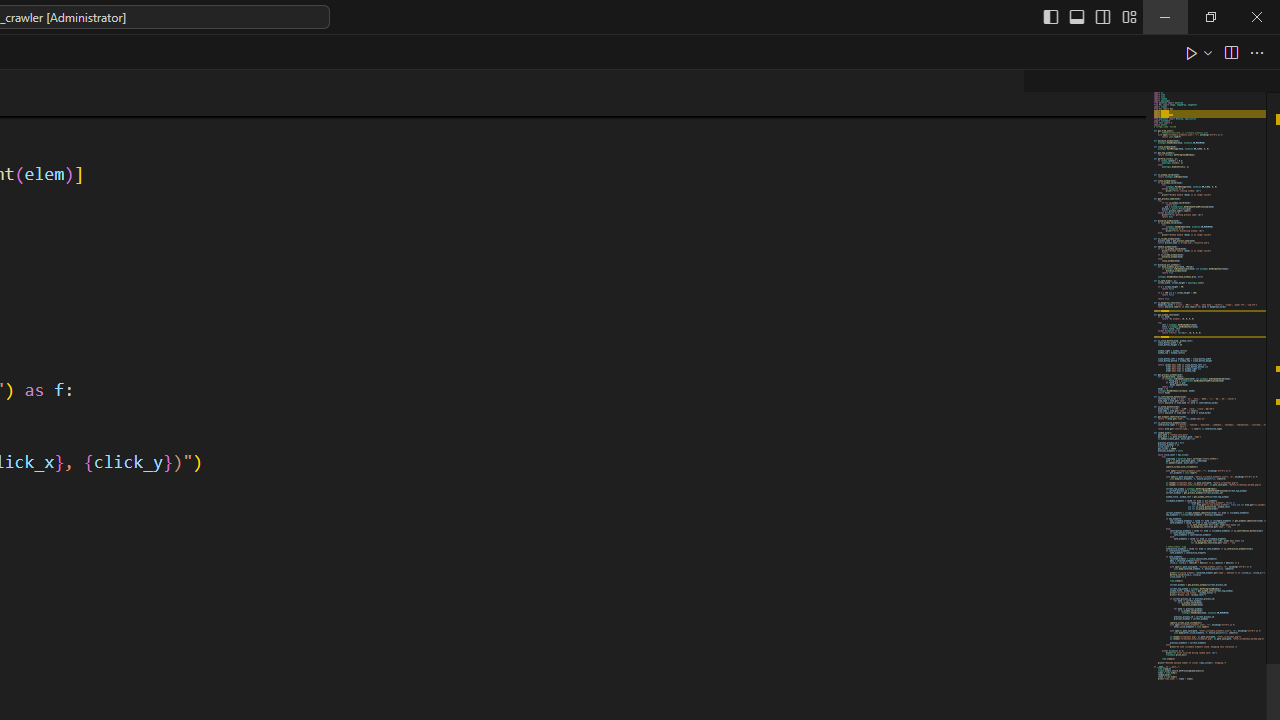 This screenshot has width=1280, height=720. Describe the element at coordinates (1088, 16) in the screenshot. I see `'Title actions'` at that location.